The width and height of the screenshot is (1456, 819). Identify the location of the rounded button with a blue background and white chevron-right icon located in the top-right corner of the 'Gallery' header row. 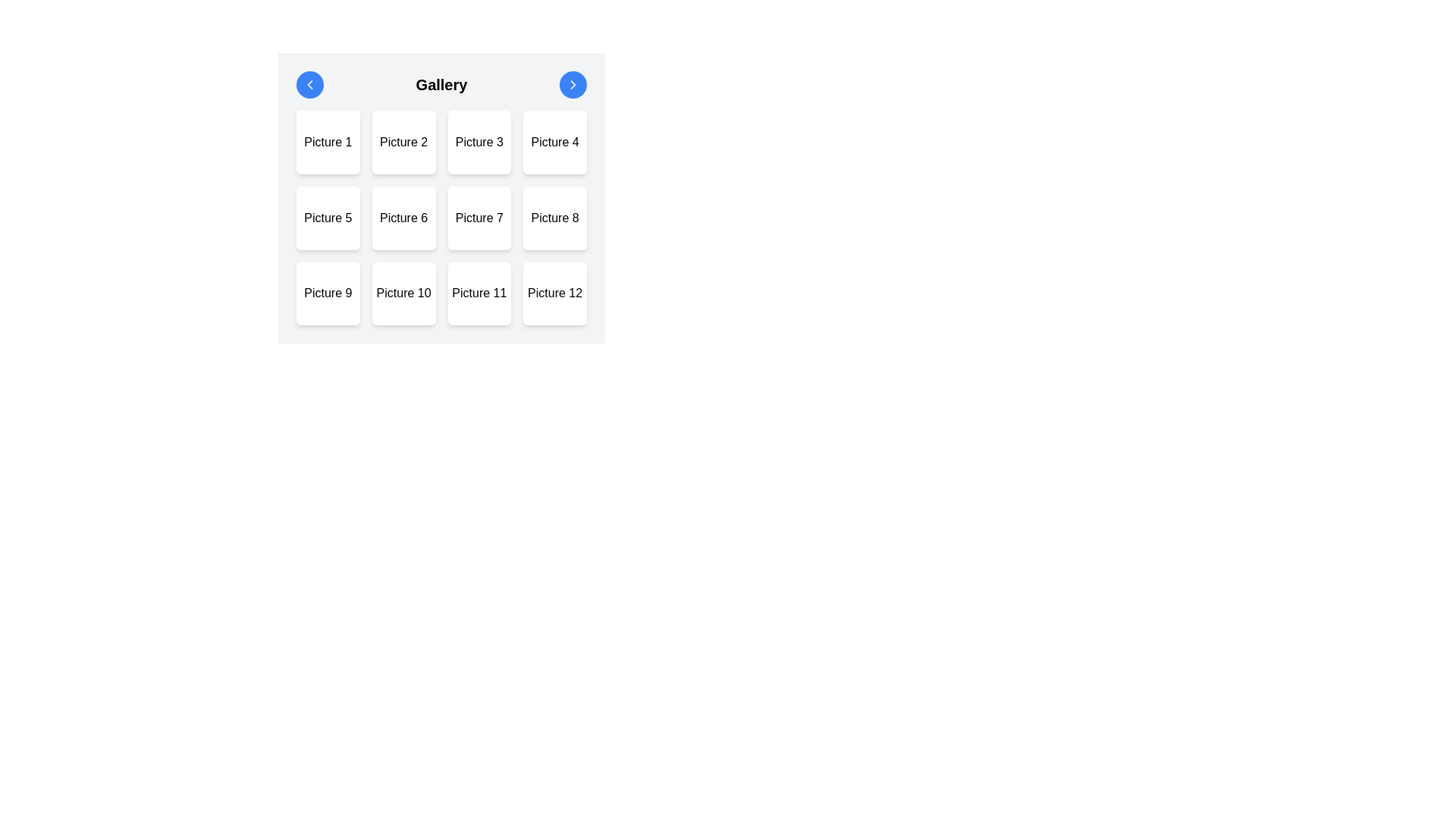
(572, 84).